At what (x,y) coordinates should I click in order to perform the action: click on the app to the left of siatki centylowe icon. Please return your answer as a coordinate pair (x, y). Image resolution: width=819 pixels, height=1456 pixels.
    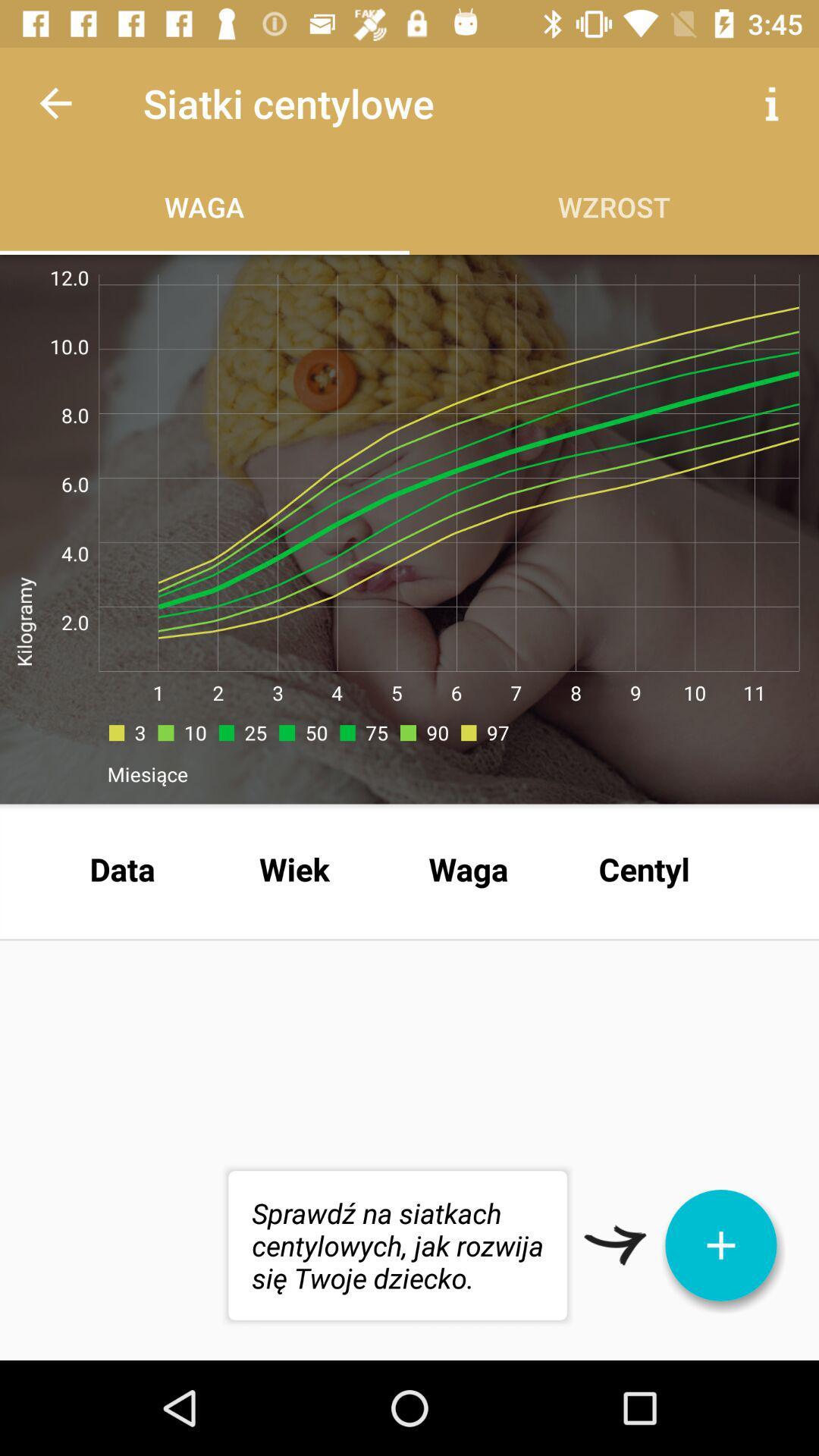
    Looking at the image, I should click on (55, 102).